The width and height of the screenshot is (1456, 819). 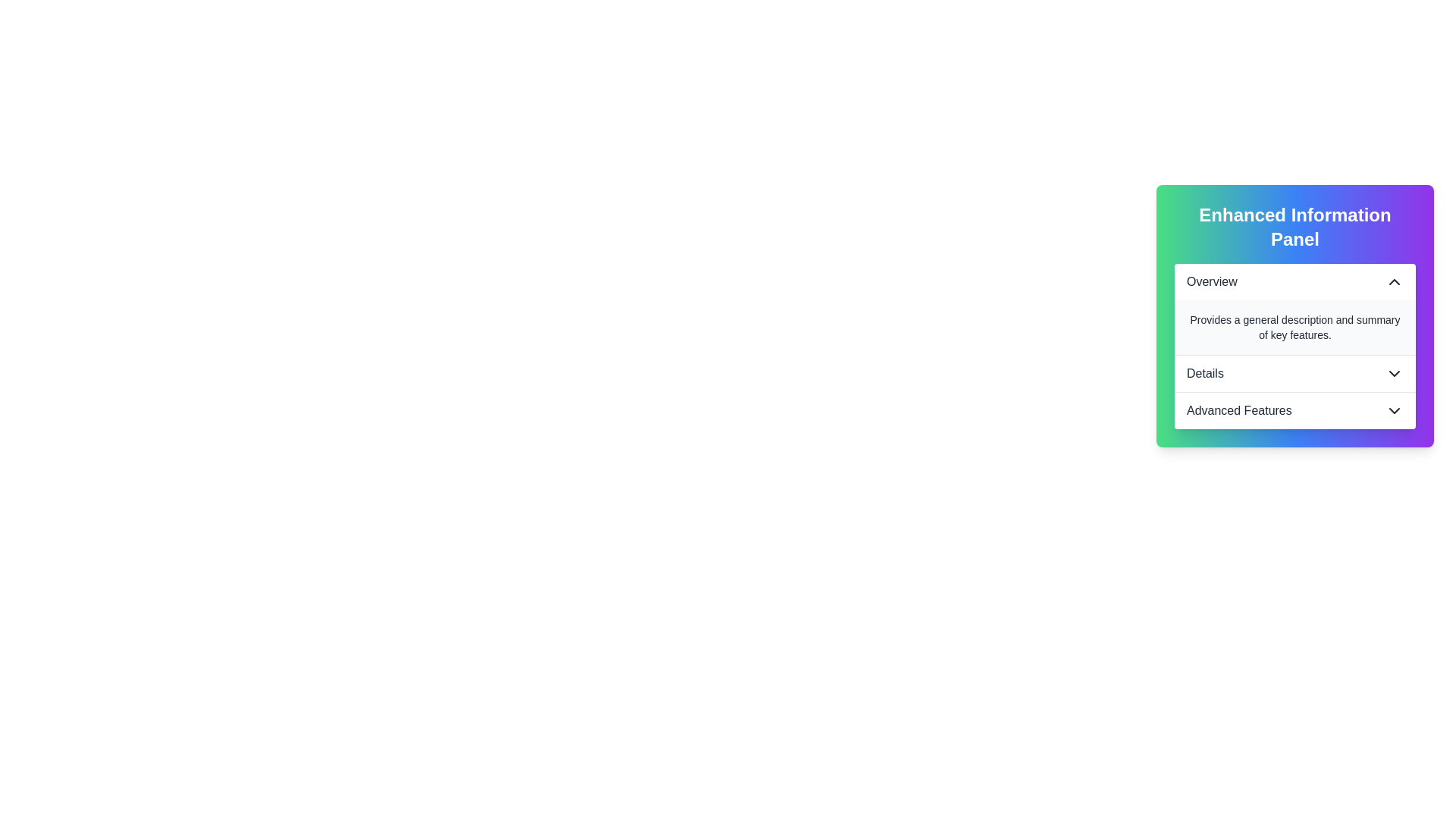 I want to click on the Dropdown toggle button located in the middle section of a vertical panel, so click(x=1294, y=374).